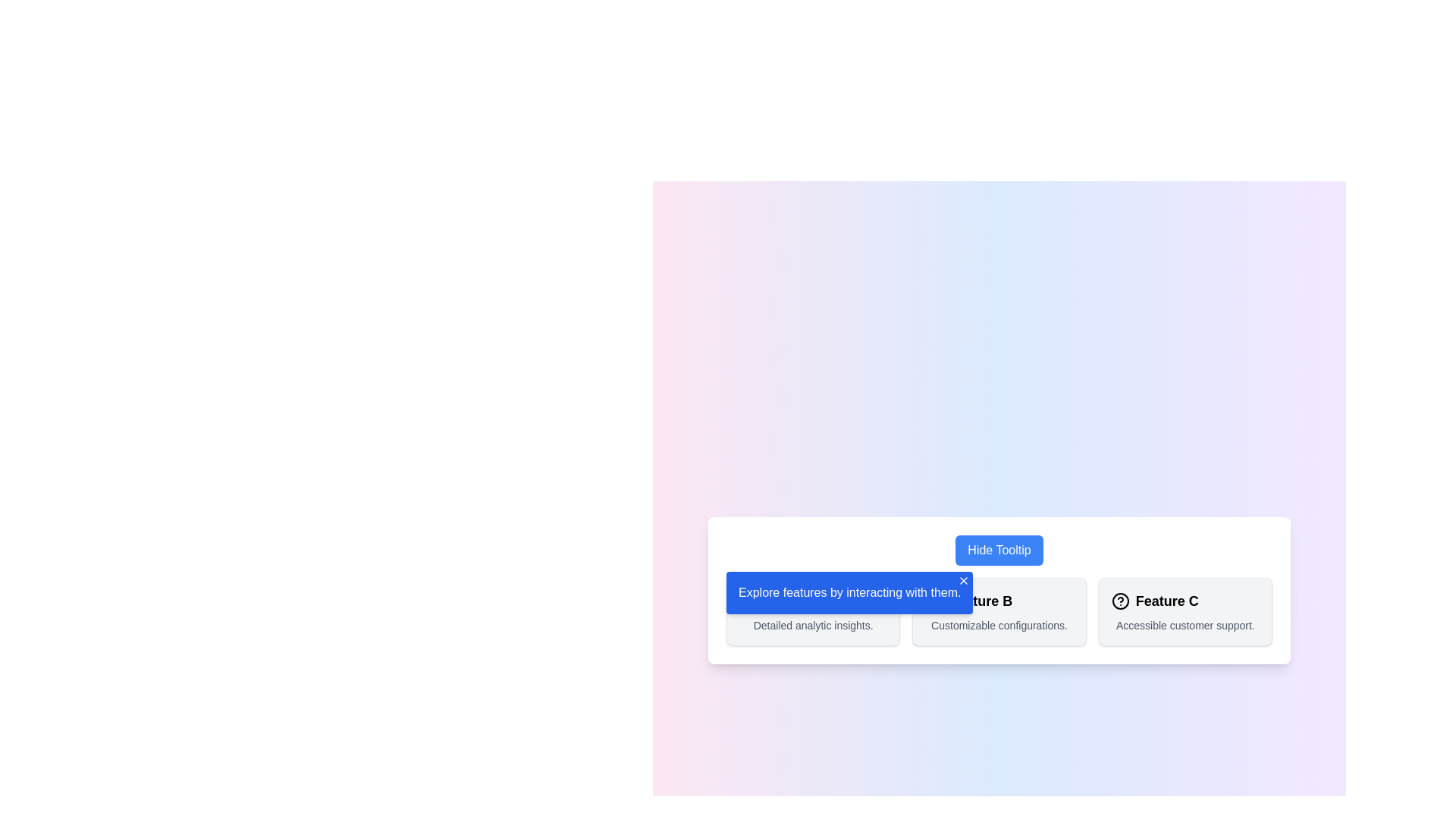  I want to click on text content of the informational card describing 'Feature B', which is the middle card in a three-card layout, so click(999, 610).